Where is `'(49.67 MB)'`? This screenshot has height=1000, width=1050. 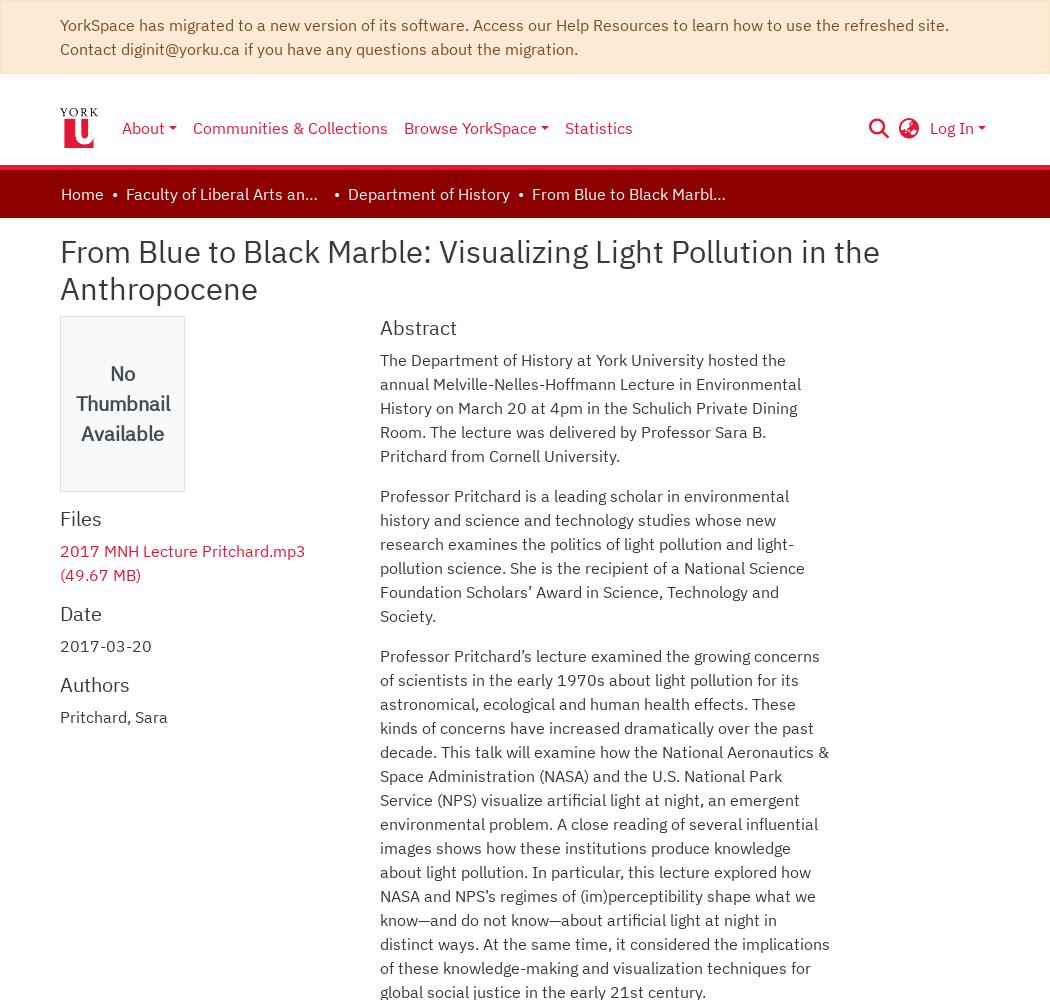 '(49.67 MB)' is located at coordinates (58, 574).